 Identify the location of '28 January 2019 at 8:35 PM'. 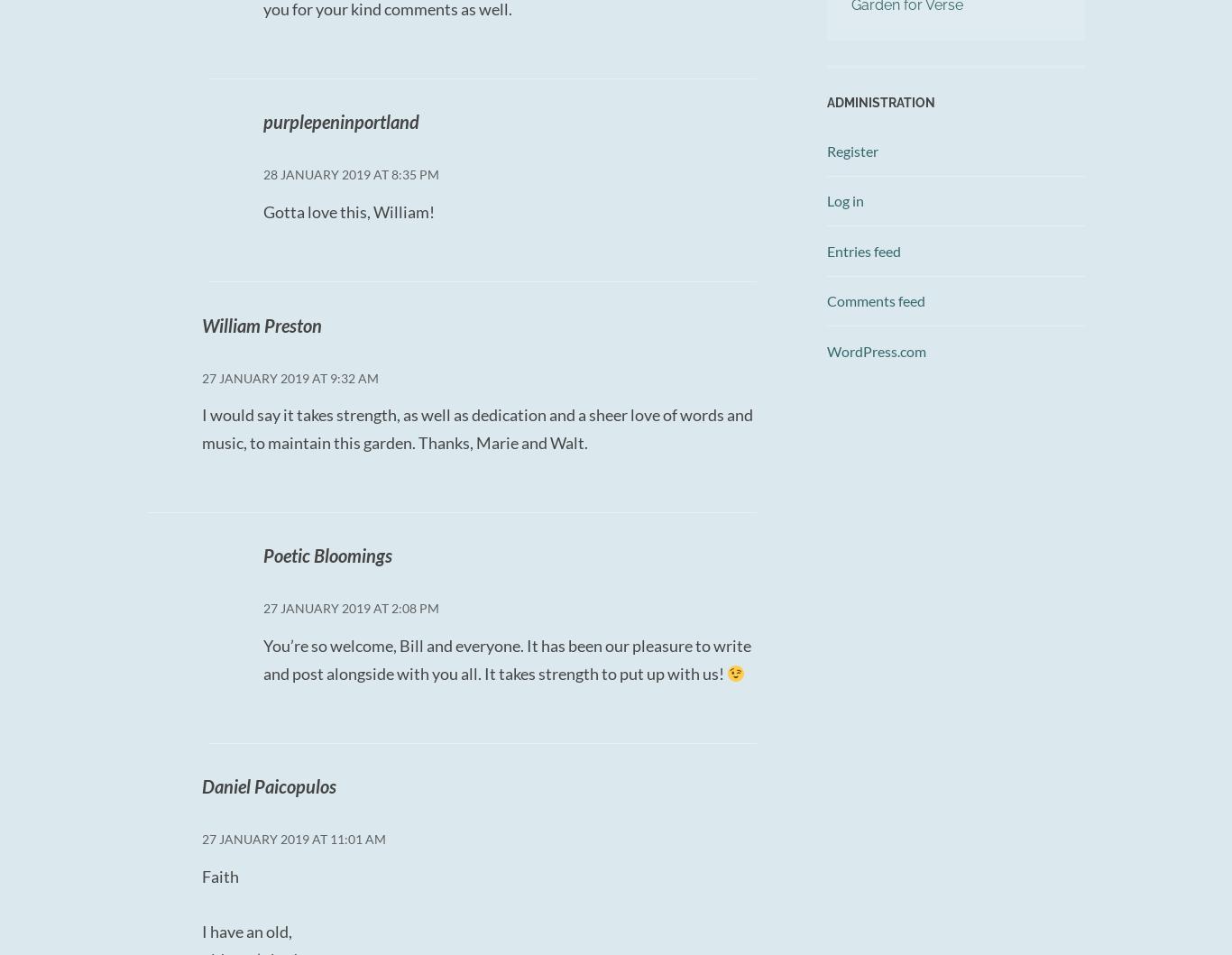
(349, 173).